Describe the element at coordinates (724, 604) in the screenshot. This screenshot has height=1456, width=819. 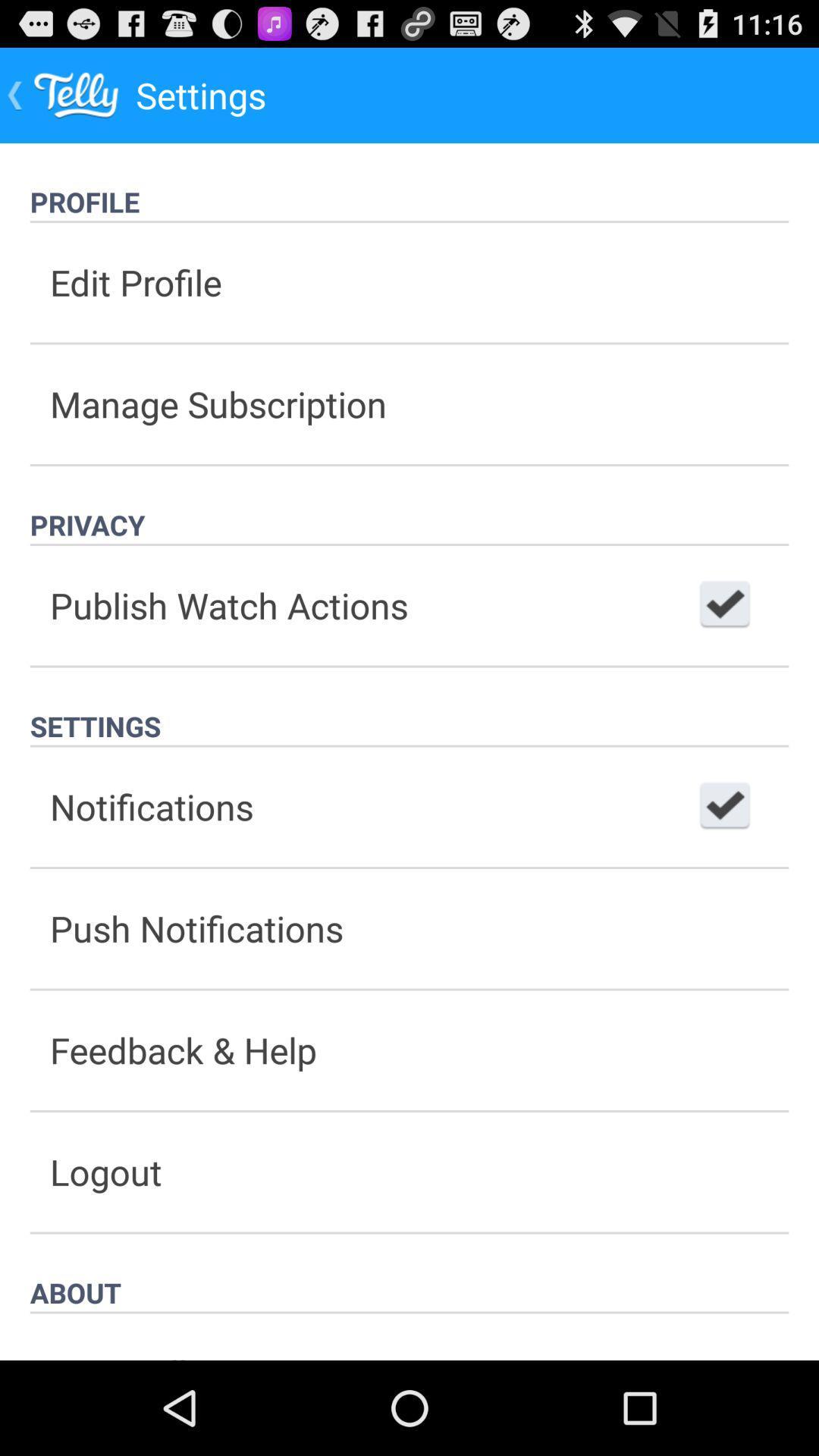
I see `publish this` at that location.